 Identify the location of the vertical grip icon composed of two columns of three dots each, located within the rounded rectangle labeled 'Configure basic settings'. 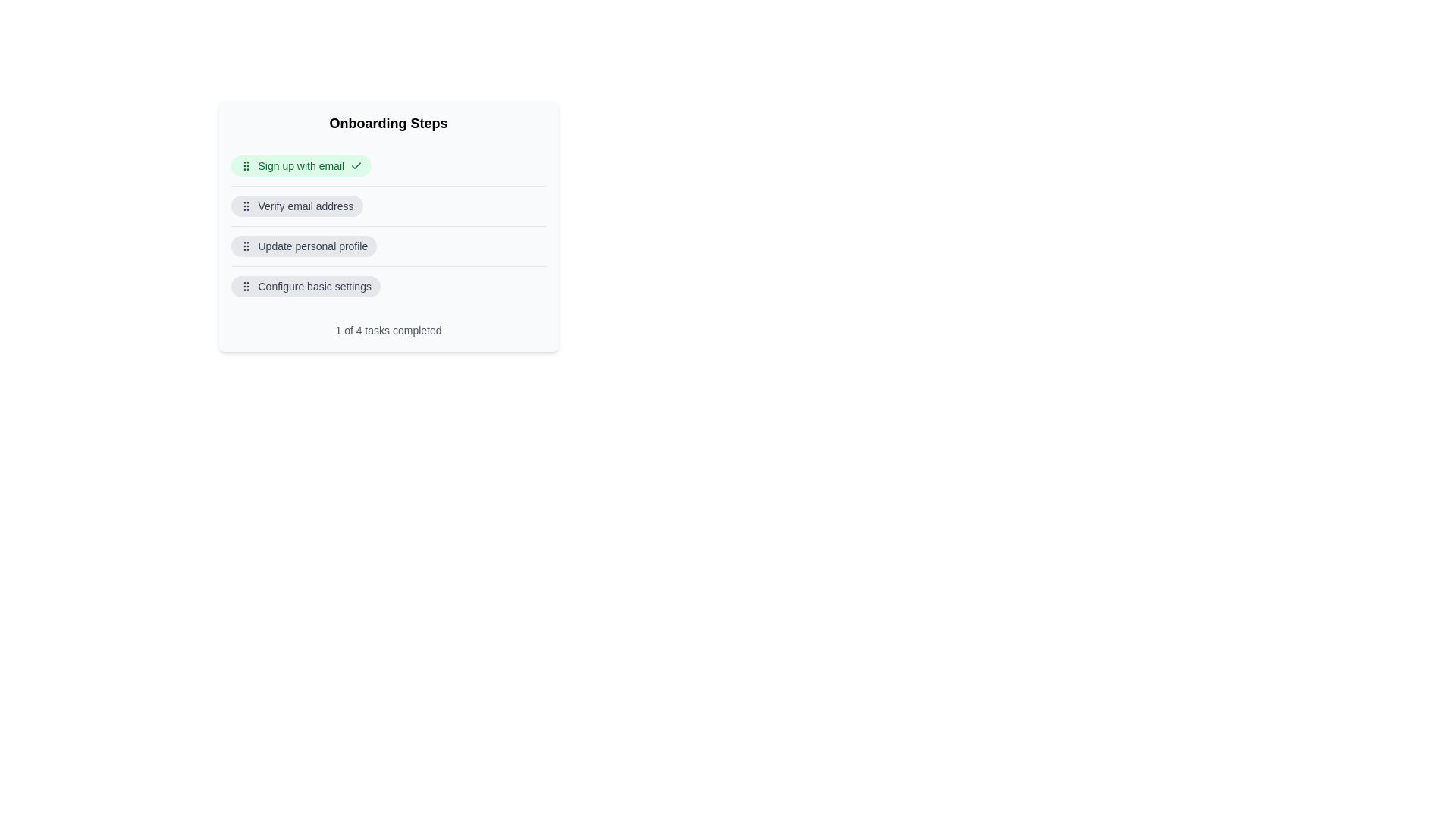
(246, 287).